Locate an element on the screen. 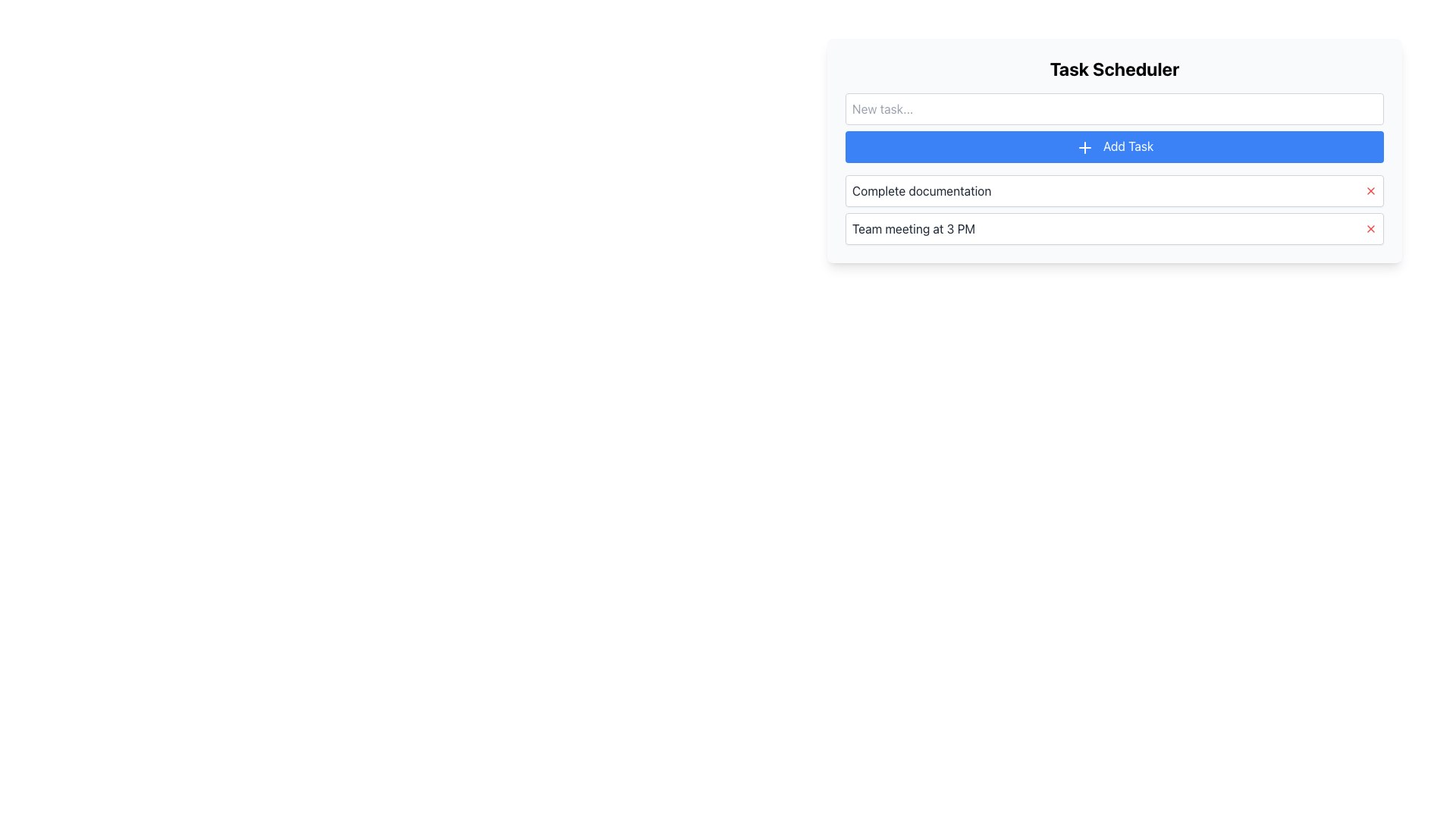 This screenshot has width=1456, height=819. the first task list item labeled 'Complete documentation' in the 'Task Scheduler' box, which is visually represented as a white rectangular box with a light gray border and a small red 'x' icon on the right is located at coordinates (1114, 189).